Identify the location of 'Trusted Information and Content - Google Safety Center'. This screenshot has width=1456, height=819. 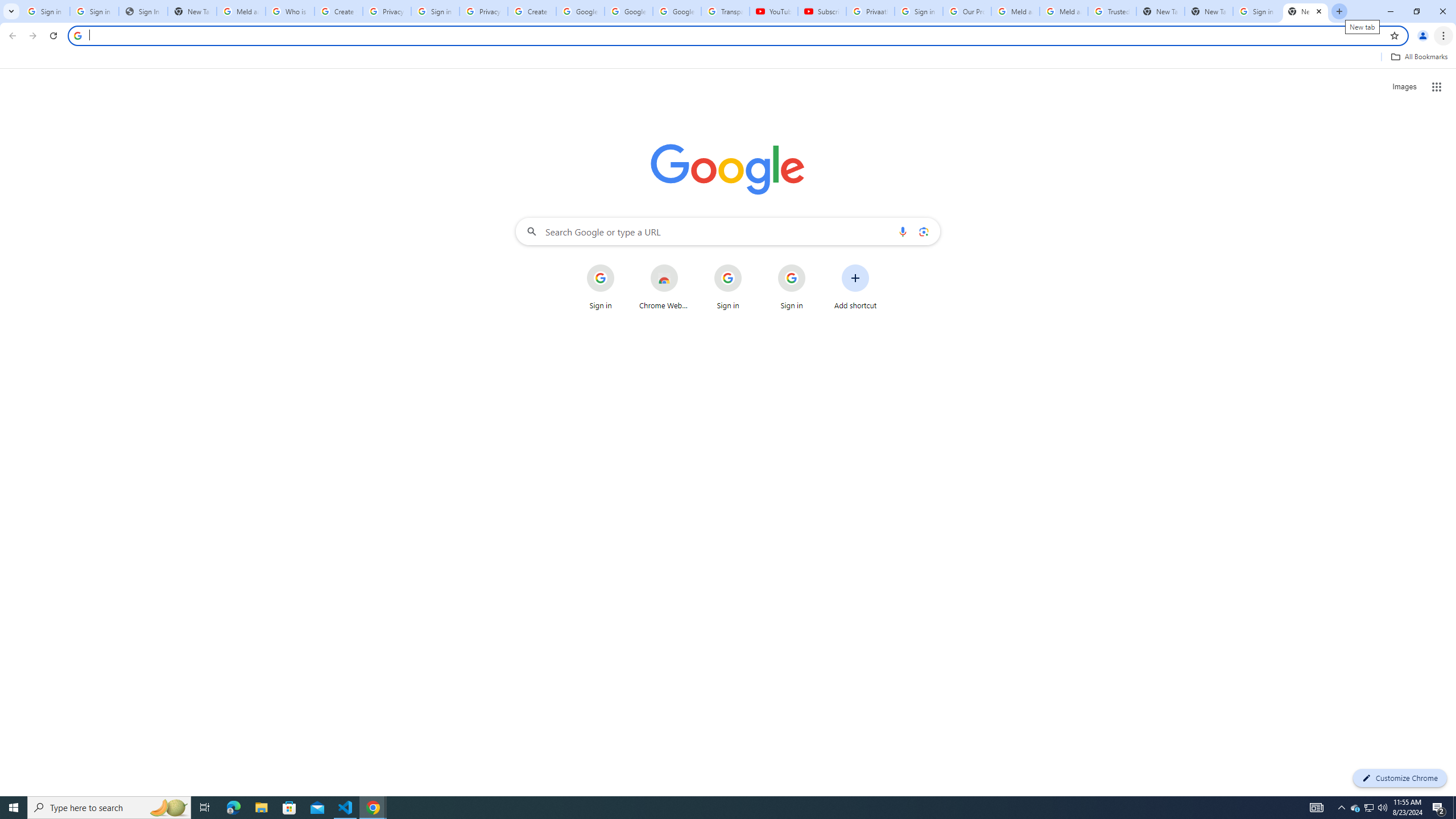
(1111, 11).